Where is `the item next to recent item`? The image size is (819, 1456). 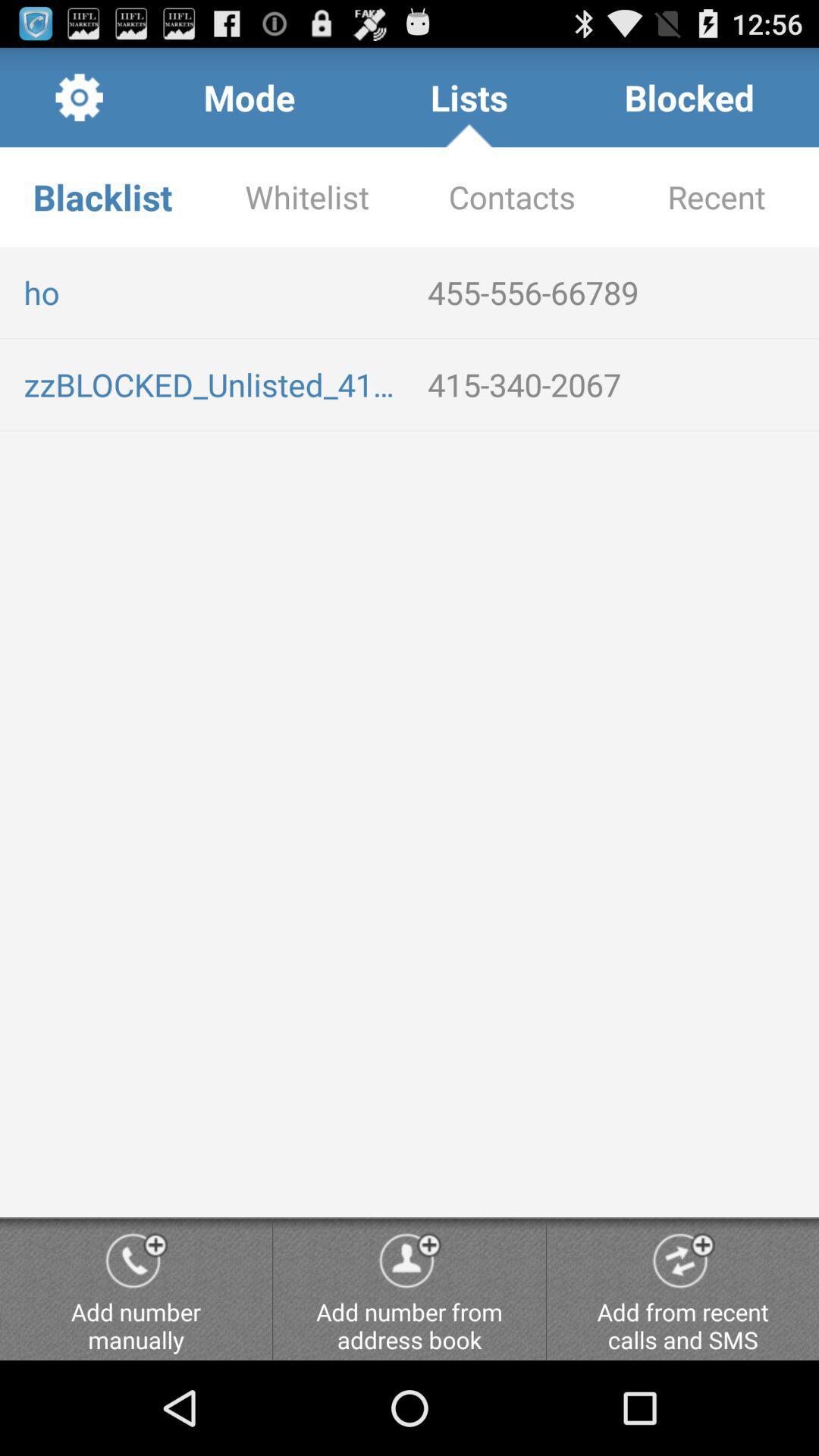
the item next to recent item is located at coordinates (512, 196).